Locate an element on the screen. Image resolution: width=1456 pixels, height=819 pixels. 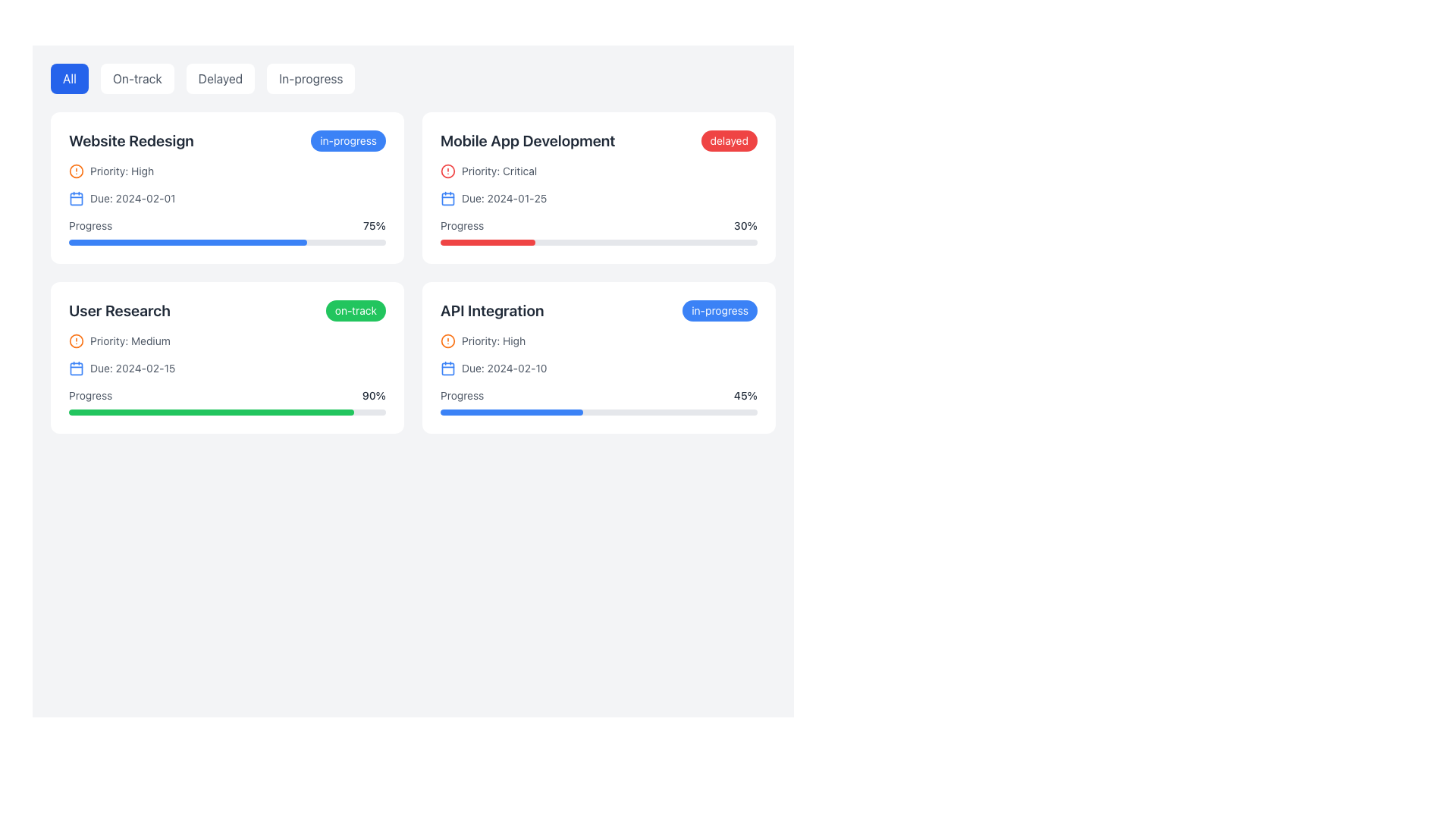
the Text Label with Icon that indicates the medium priority level of the task in the 'User Research' card, located below the card title and above the due date is located at coordinates (130, 341).